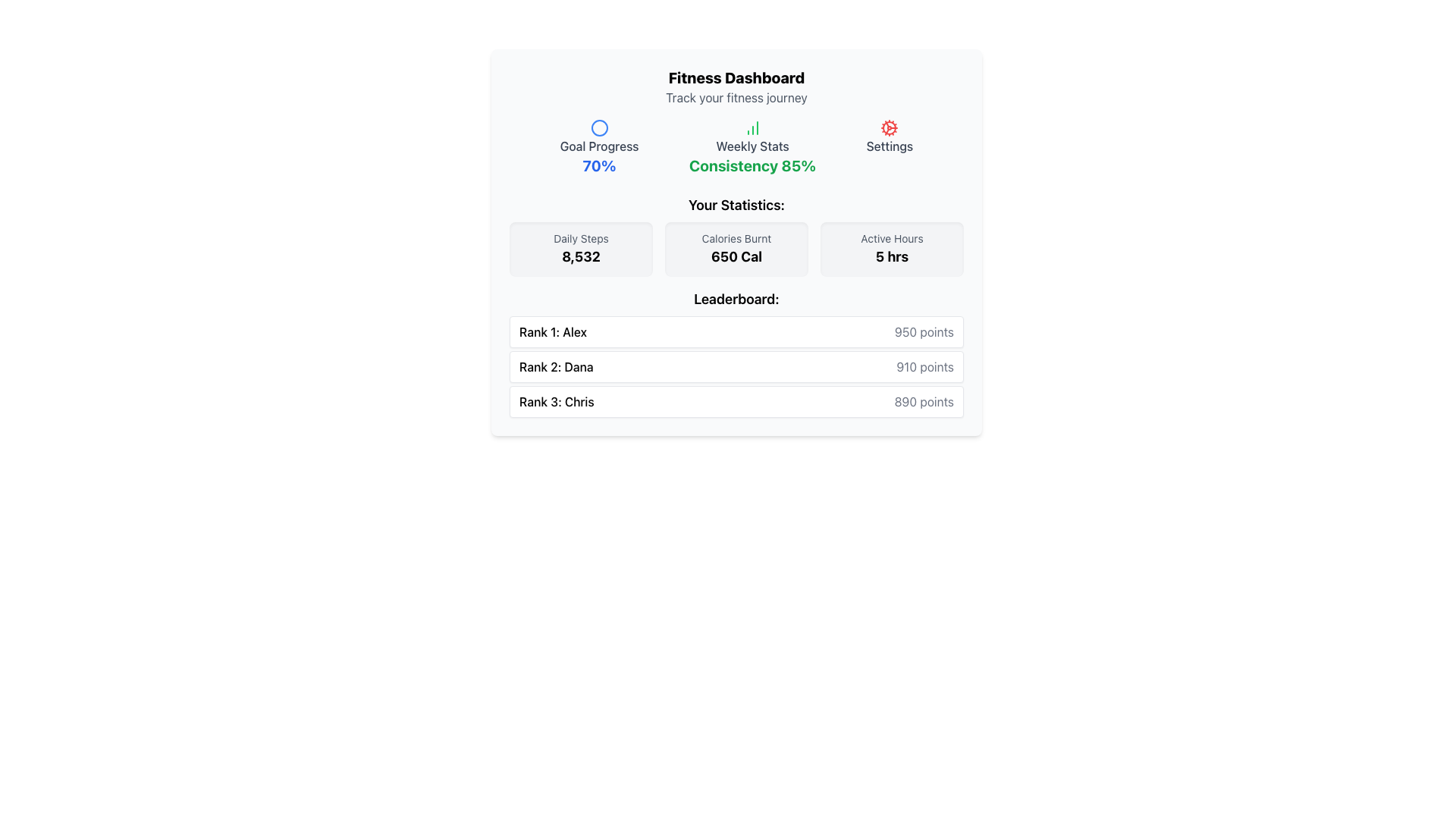 The height and width of the screenshot is (819, 1456). What do you see at coordinates (736, 239) in the screenshot?
I see `the Static Text Label that indicates the calories burned, located above the bold text '650 Cal' in the 'Calories Burnt' card` at bounding box center [736, 239].